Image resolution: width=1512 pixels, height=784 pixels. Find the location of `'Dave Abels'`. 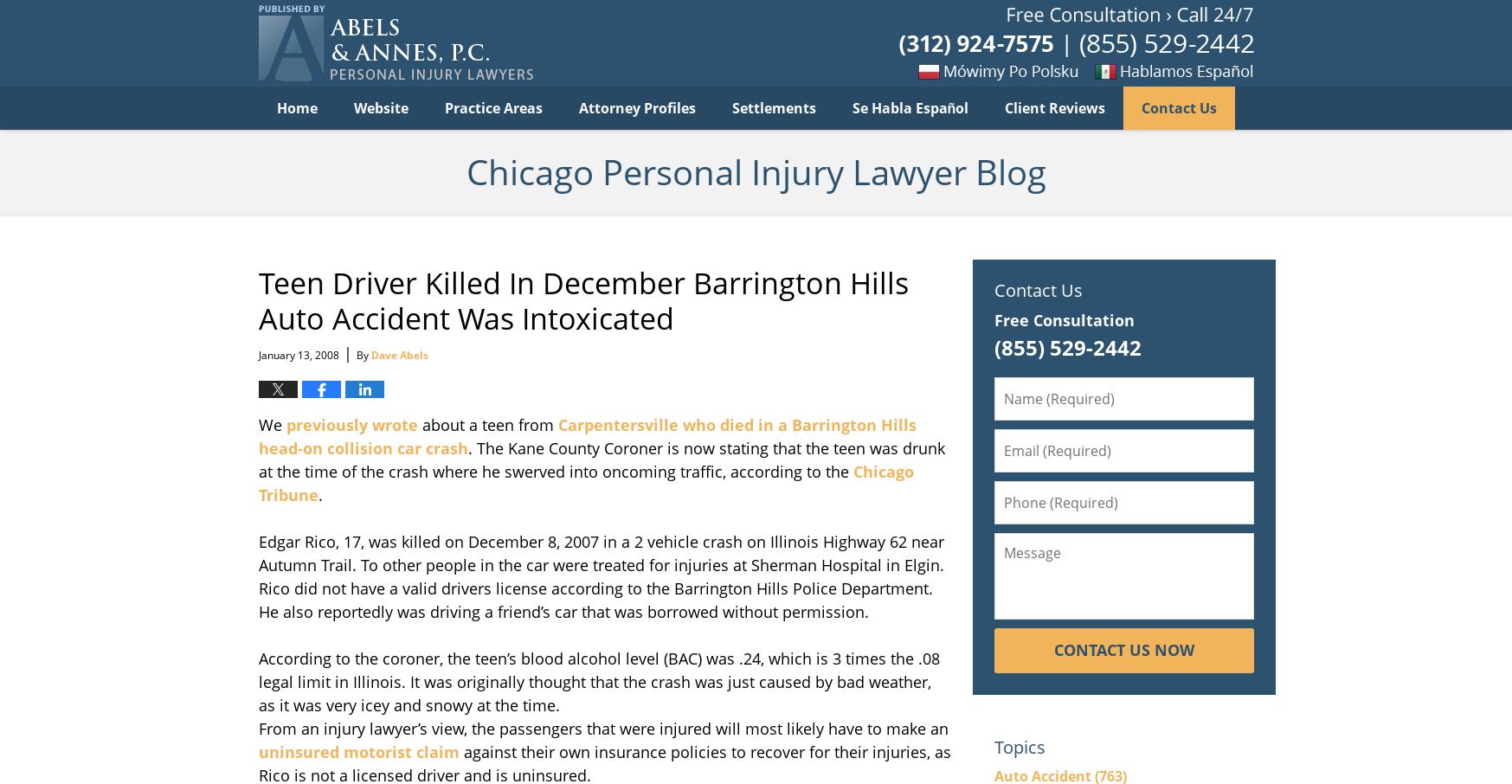

'Dave Abels' is located at coordinates (399, 355).